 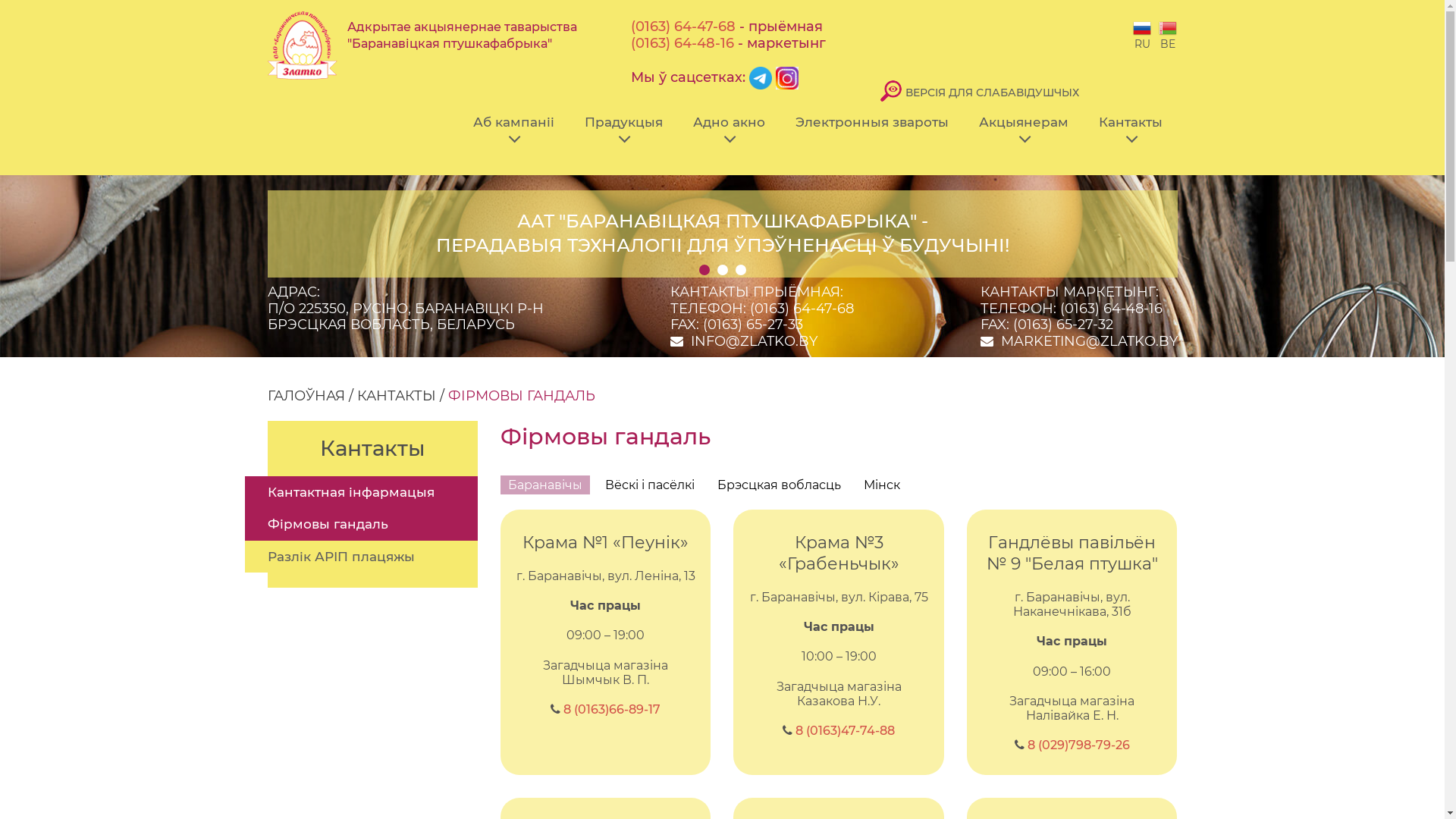 What do you see at coordinates (844, 730) in the screenshot?
I see `'8 (0163)47-74-88'` at bounding box center [844, 730].